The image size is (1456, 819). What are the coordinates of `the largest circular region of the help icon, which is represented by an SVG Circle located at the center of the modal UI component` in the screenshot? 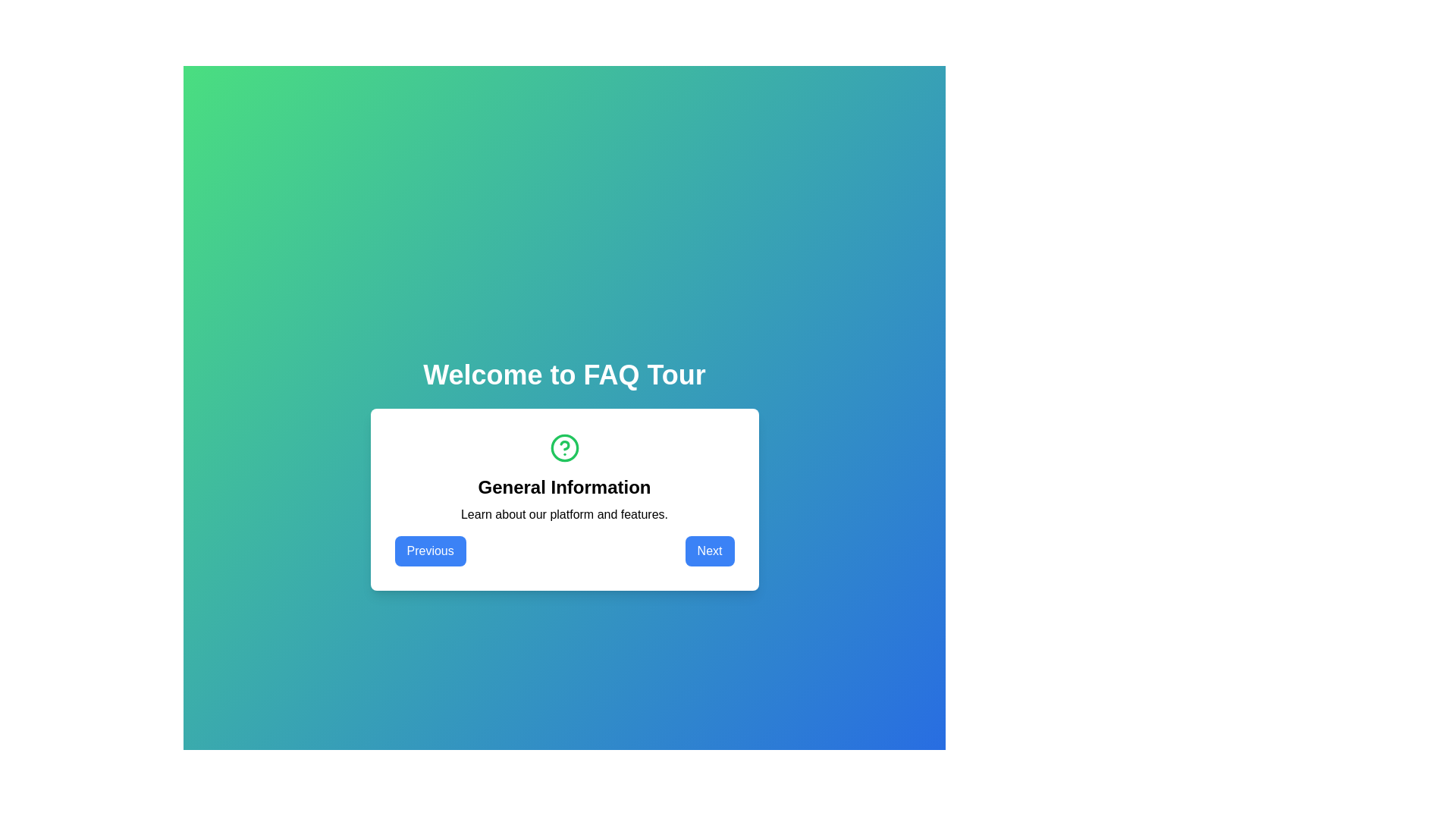 It's located at (563, 447).